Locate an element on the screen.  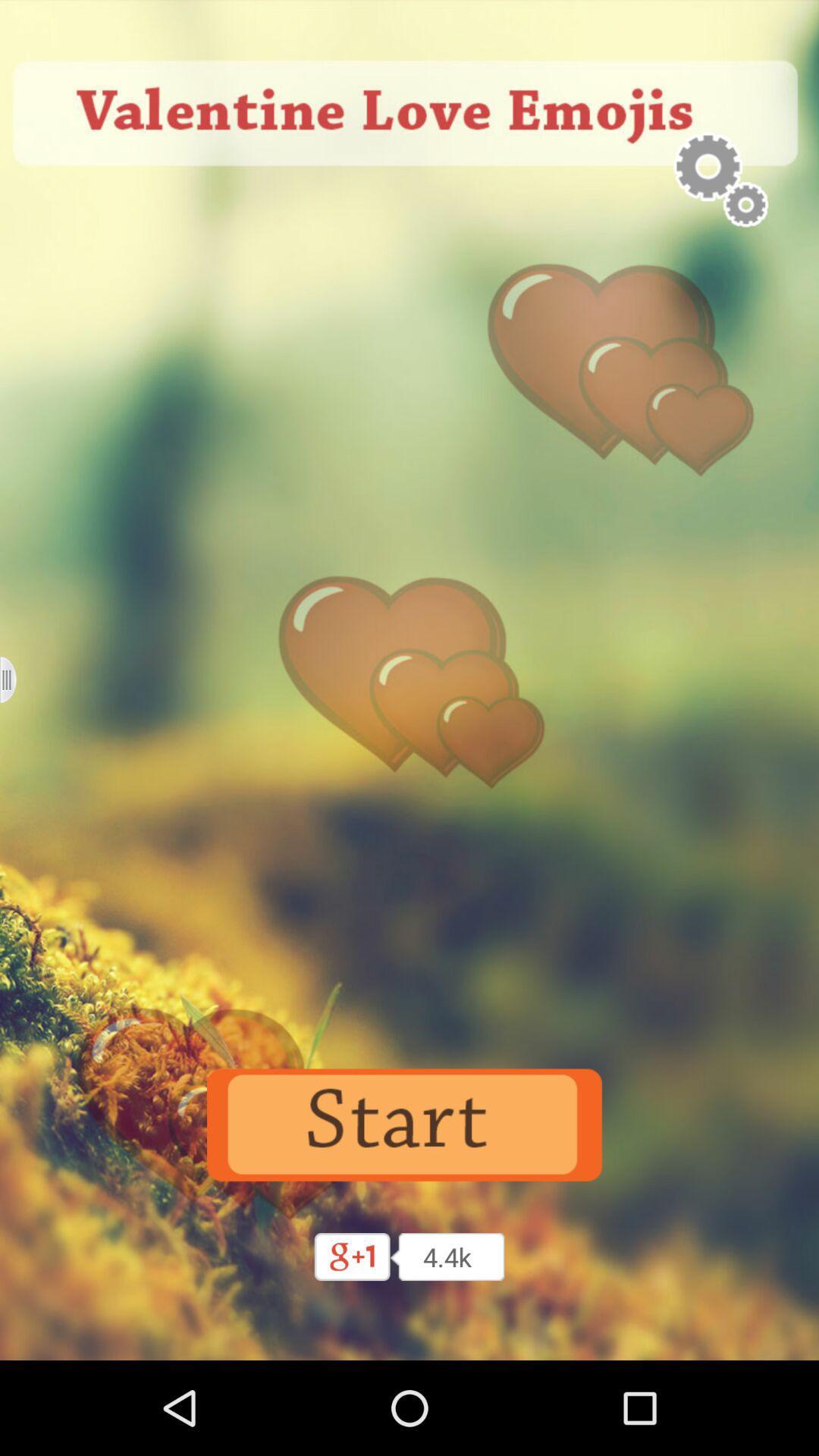
to start the process is located at coordinates (409, 1125).